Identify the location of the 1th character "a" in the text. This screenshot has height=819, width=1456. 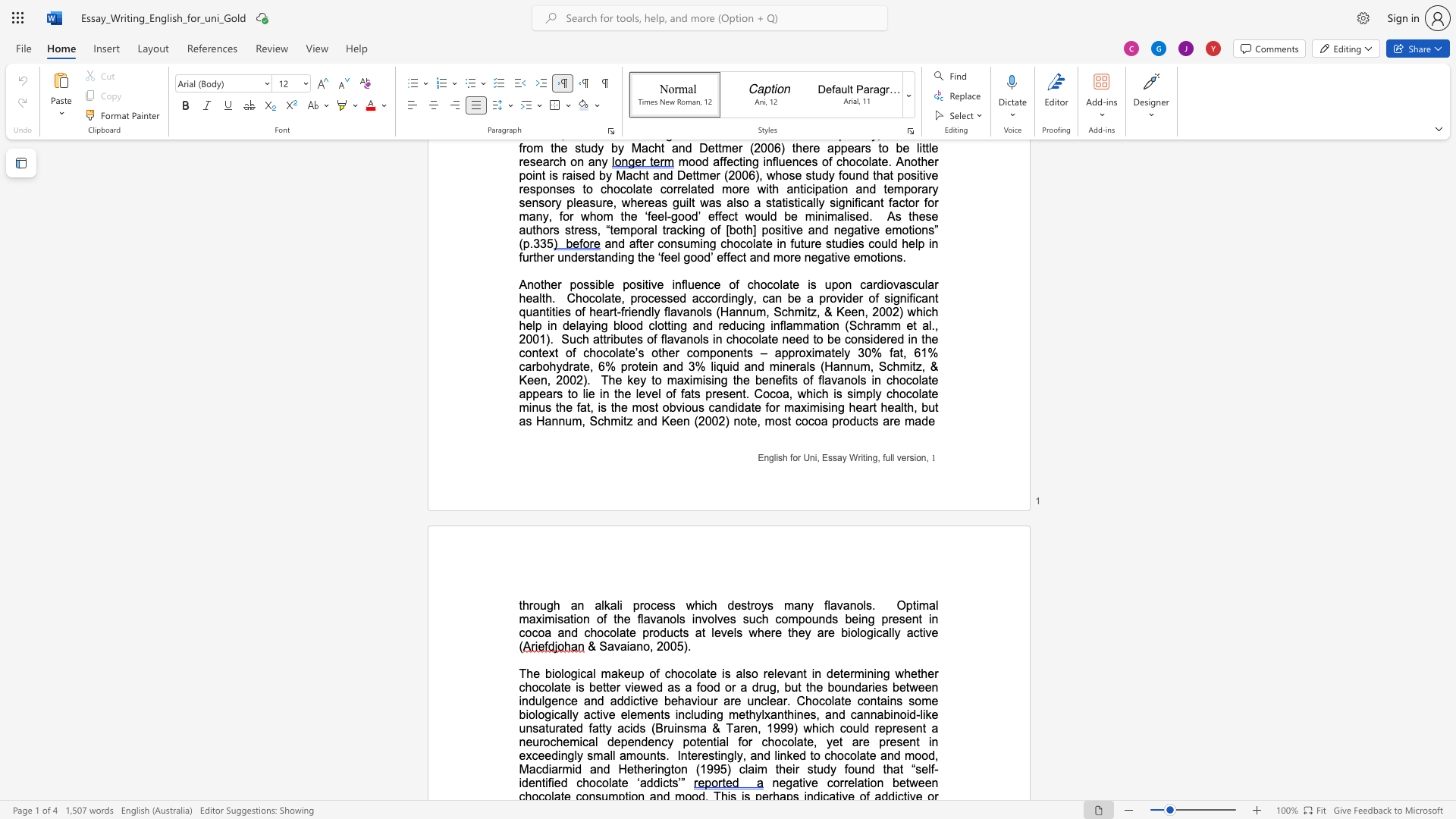
(595, 338).